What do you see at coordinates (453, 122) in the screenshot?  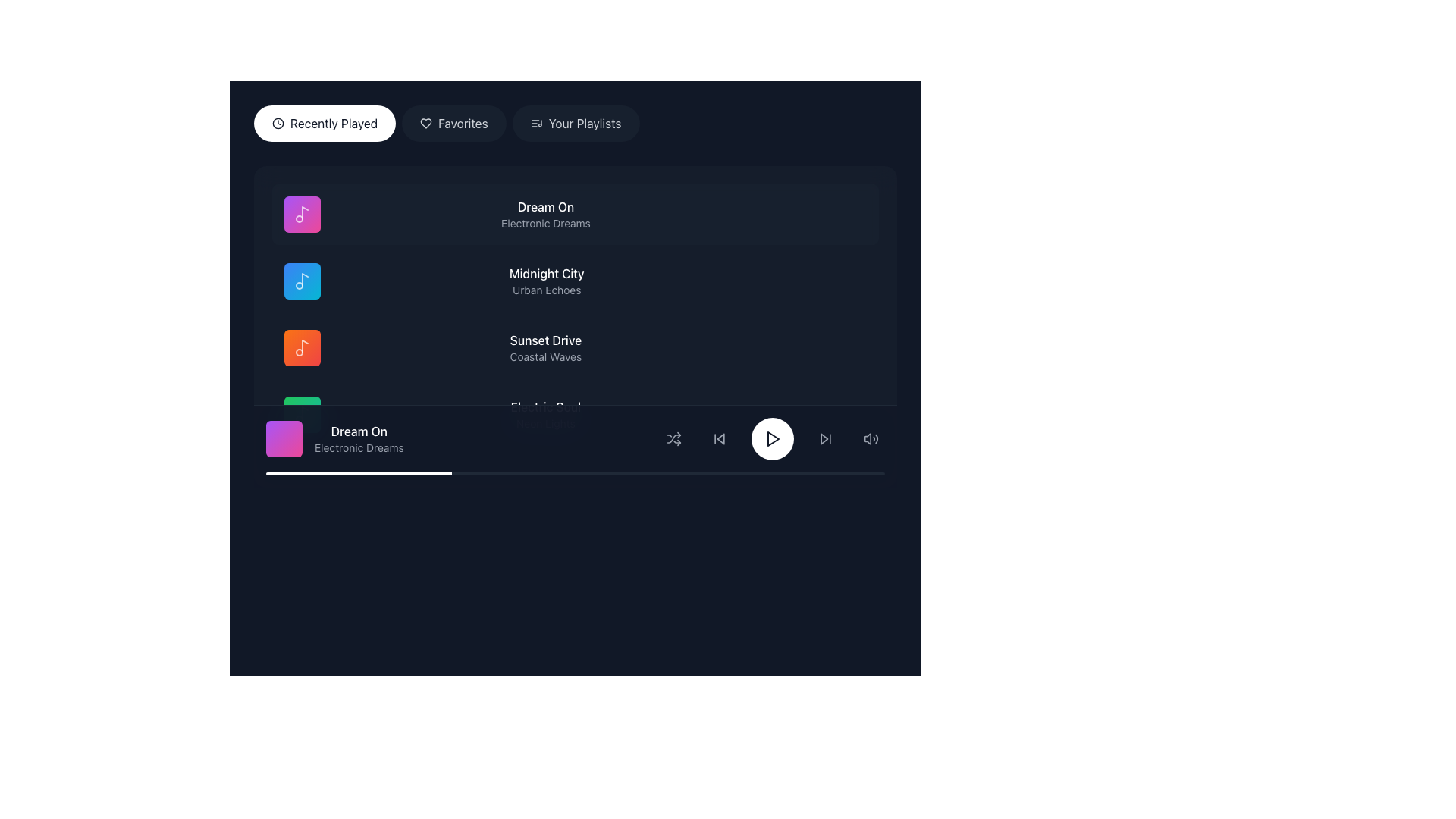 I see `the 'Favorites' button, which has a dark semi-transparent gray background and white text, to change its style` at bounding box center [453, 122].